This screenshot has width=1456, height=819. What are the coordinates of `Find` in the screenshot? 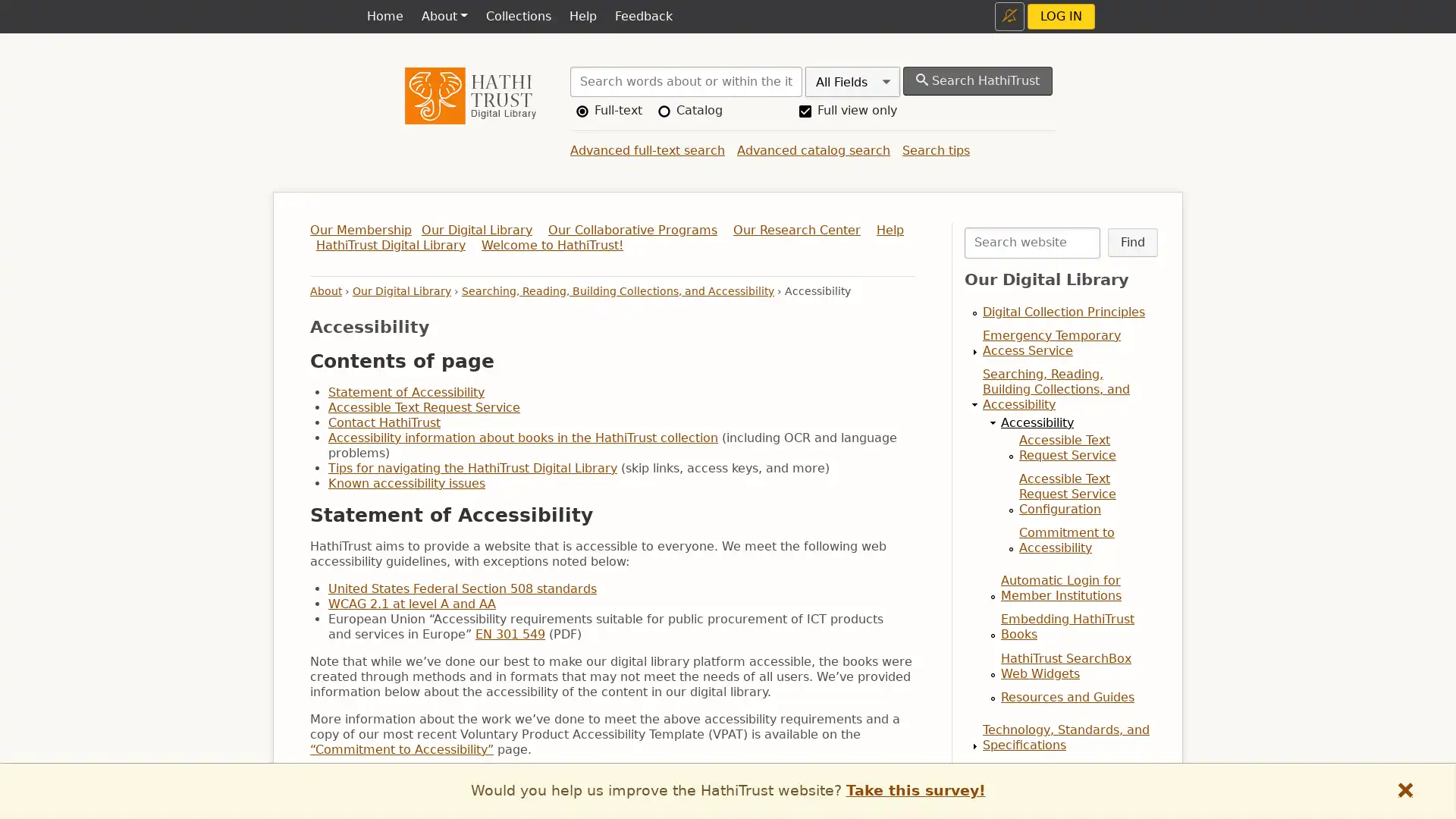 It's located at (1131, 242).